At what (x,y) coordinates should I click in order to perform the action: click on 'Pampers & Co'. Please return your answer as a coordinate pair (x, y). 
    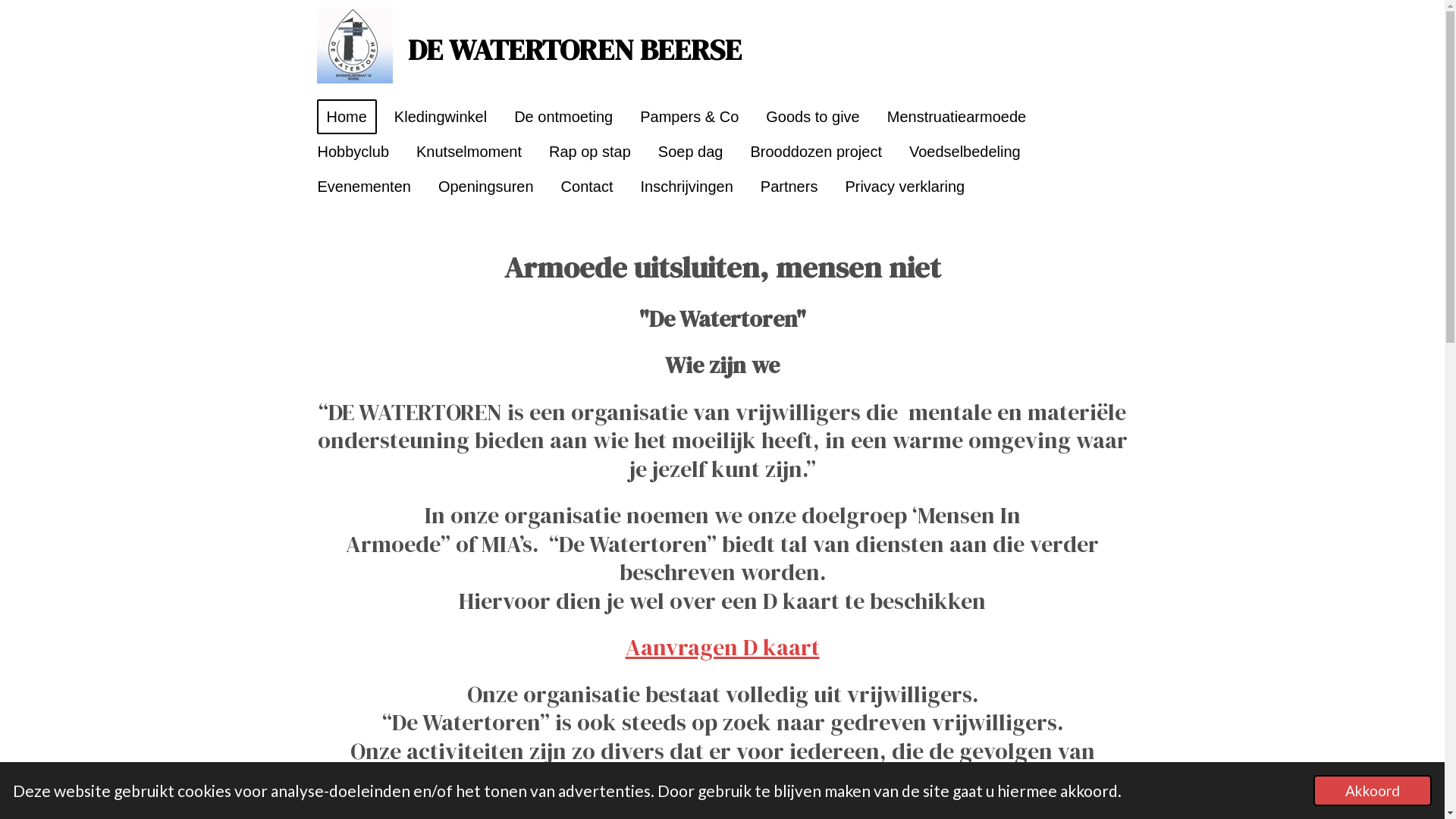
    Looking at the image, I should click on (688, 116).